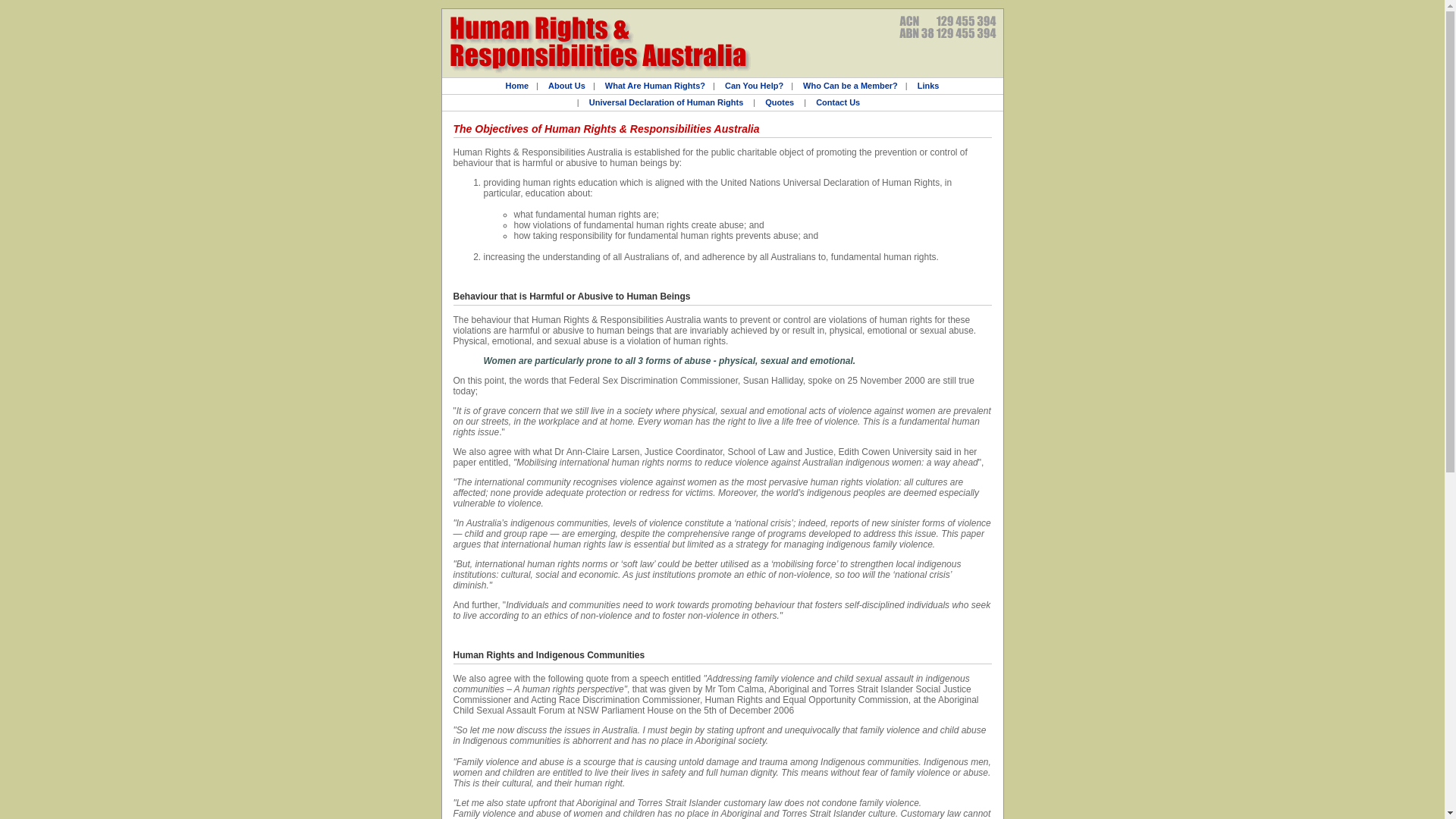  I want to click on 'About Us', so click(566, 85).